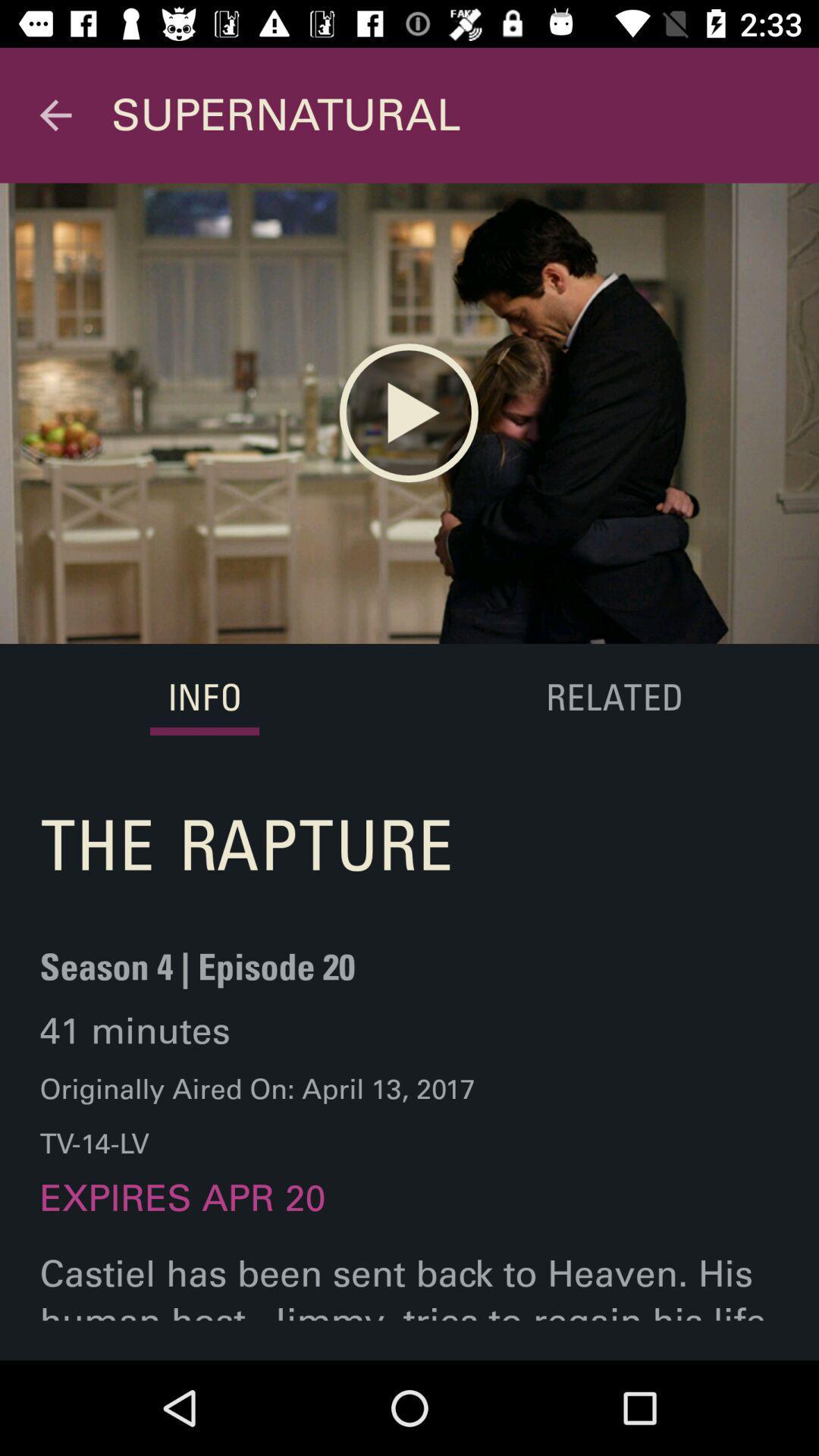 This screenshot has width=819, height=1456. Describe the element at coordinates (205, 698) in the screenshot. I see `the item above the the rapture icon` at that location.